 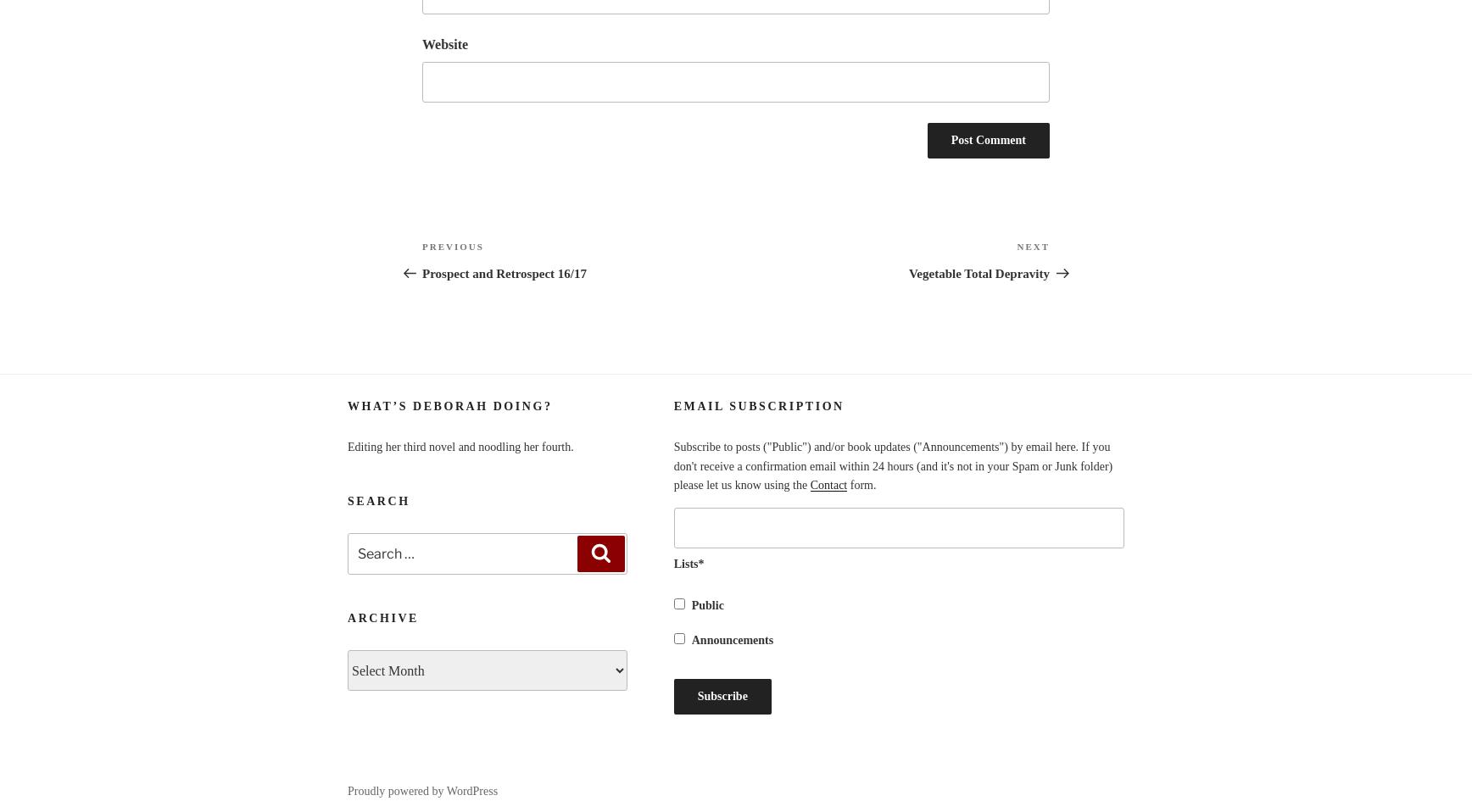 What do you see at coordinates (1017, 247) in the screenshot?
I see `'Next'` at bounding box center [1017, 247].